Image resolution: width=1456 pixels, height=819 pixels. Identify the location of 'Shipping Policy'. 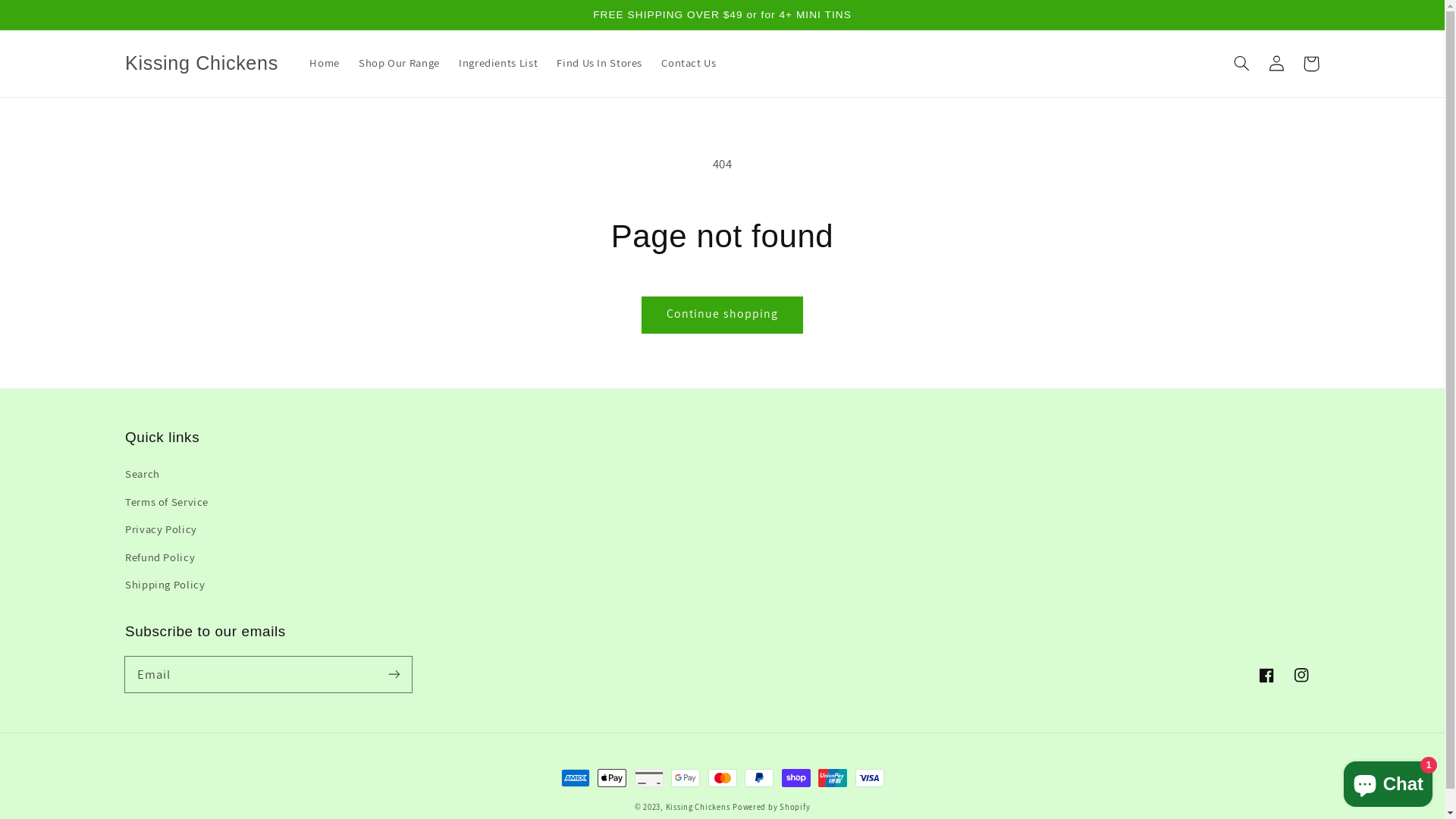
(165, 584).